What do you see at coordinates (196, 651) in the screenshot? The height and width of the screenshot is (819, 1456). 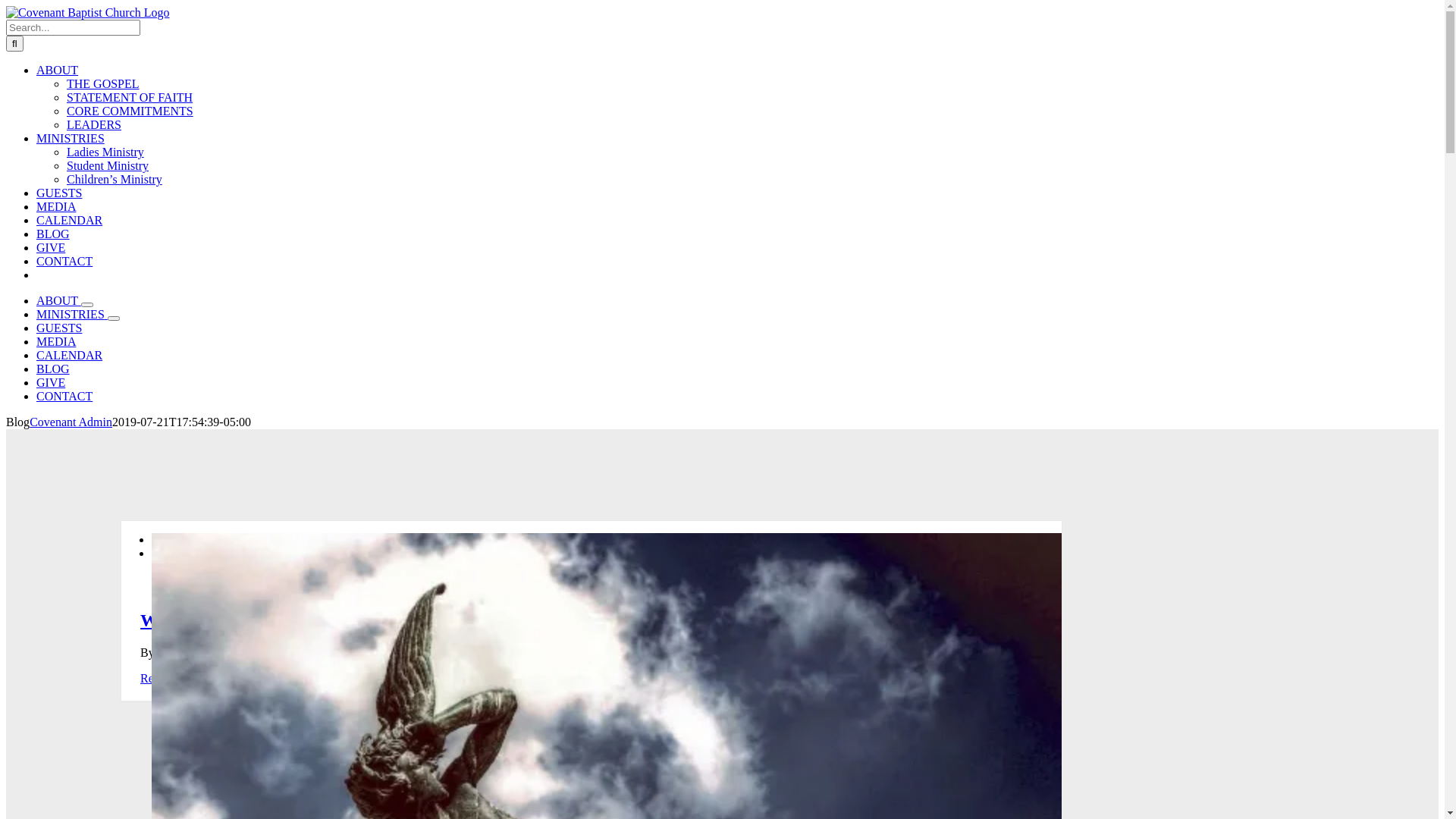 I see `'Chris Trousdale'` at bounding box center [196, 651].